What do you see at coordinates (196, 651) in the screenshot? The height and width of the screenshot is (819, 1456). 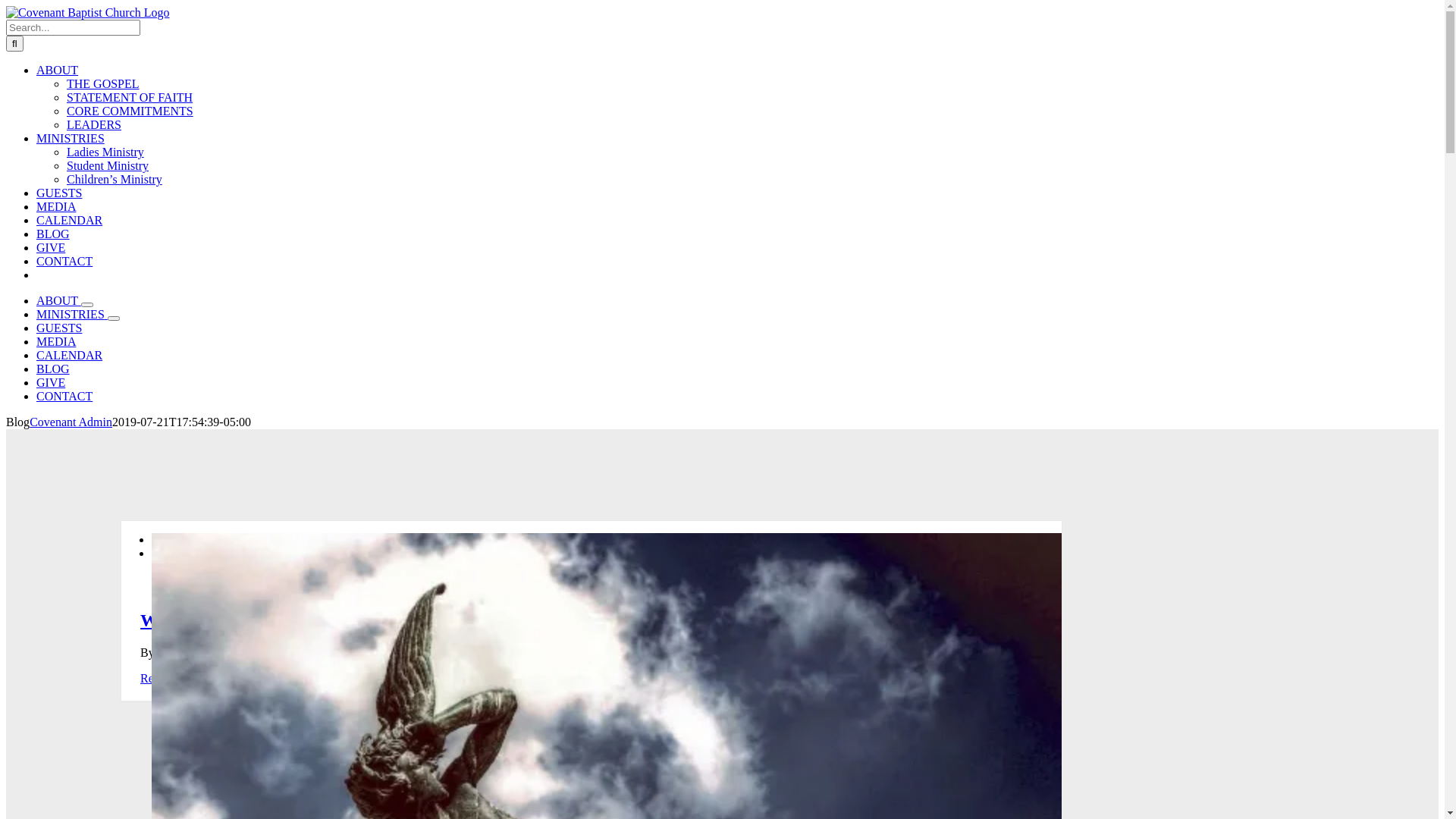 I see `'Chris Trousdale'` at bounding box center [196, 651].